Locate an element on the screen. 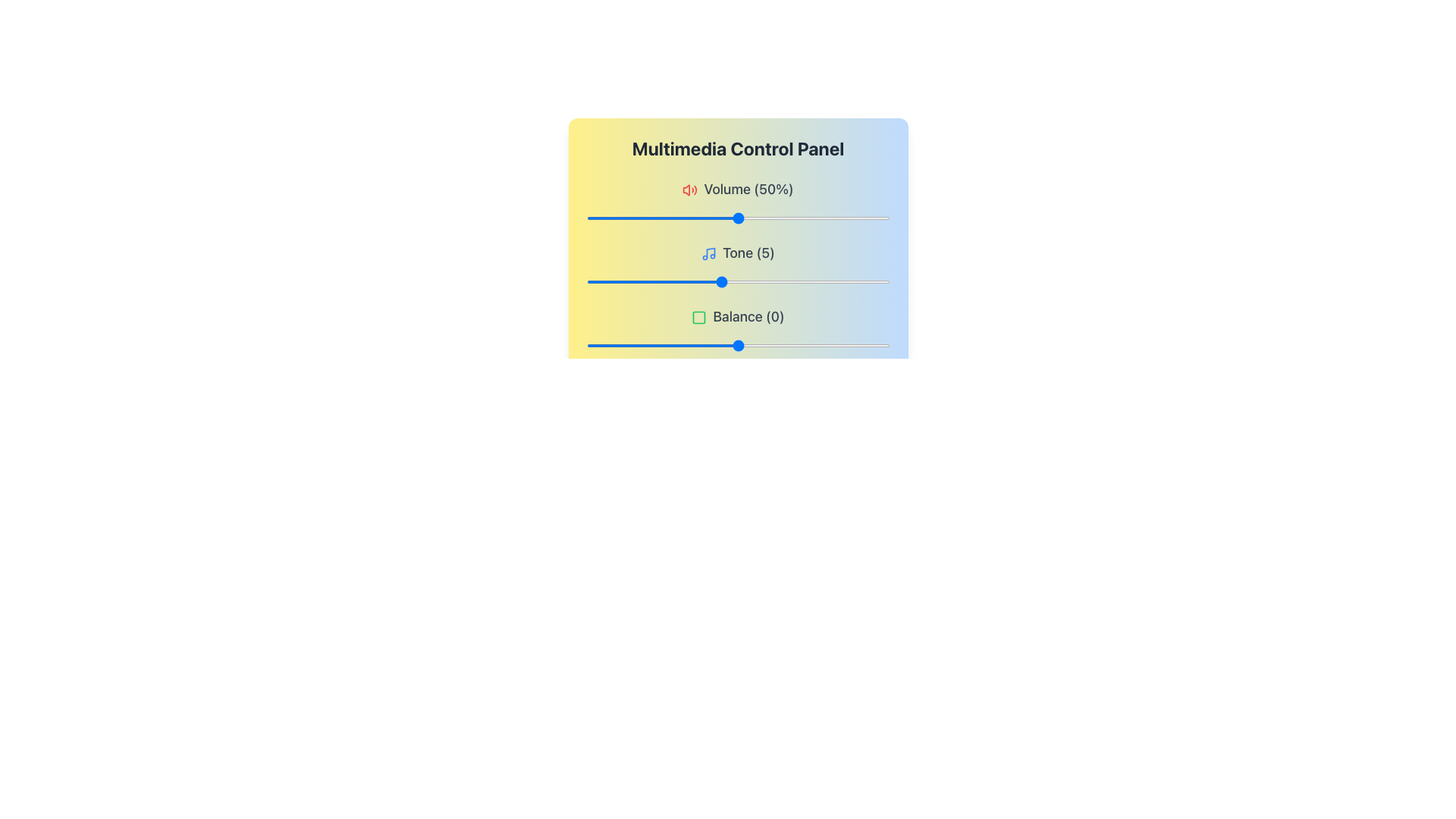  the Text Label that indicates the balance setting value, which currently shows '0'. This label is the third in a list of controls, located below the 'Tone' label and above a slider bar is located at coordinates (738, 315).